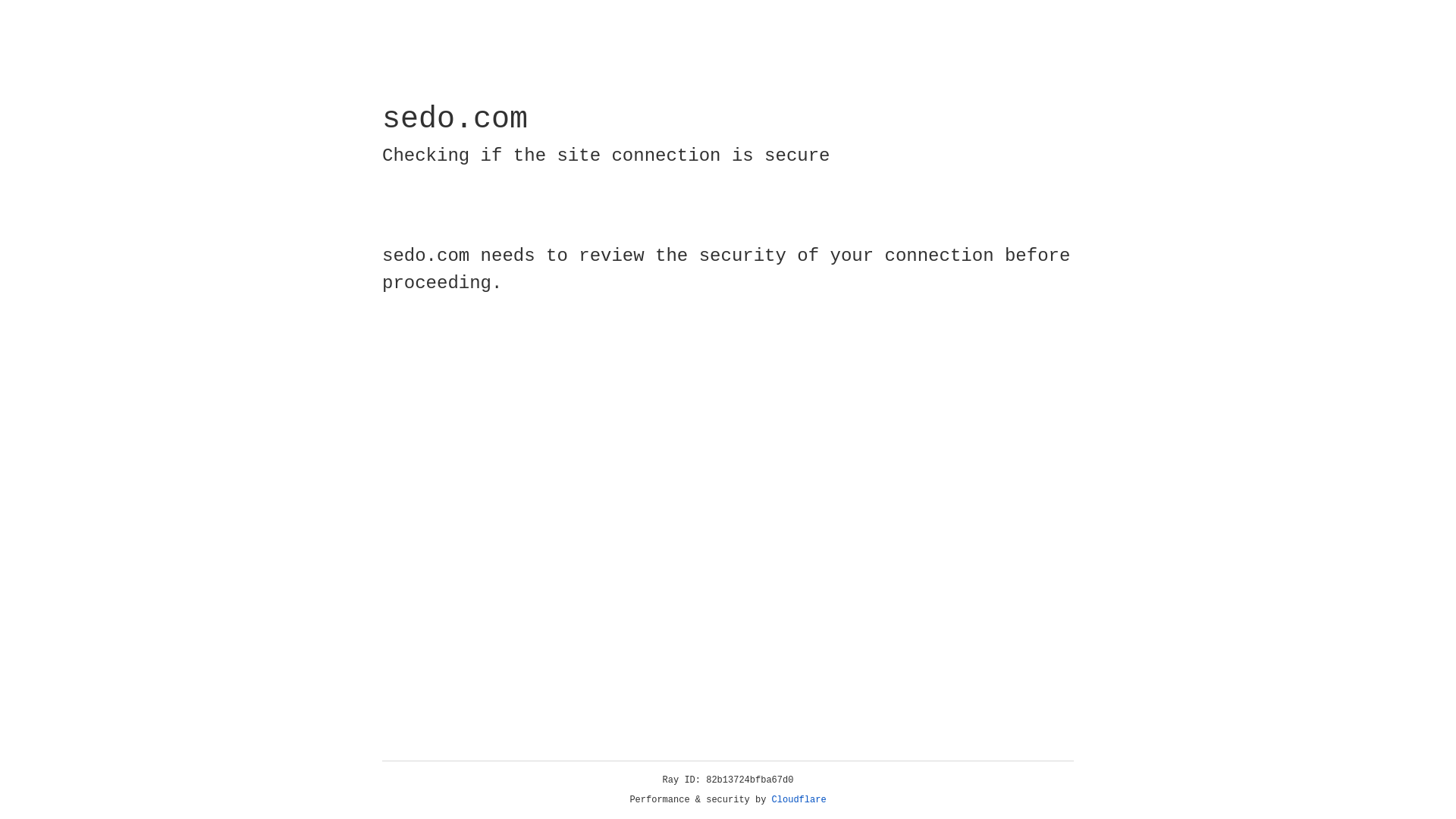  Describe the element at coordinates (799, 799) in the screenshot. I see `'Cloudflare'` at that location.